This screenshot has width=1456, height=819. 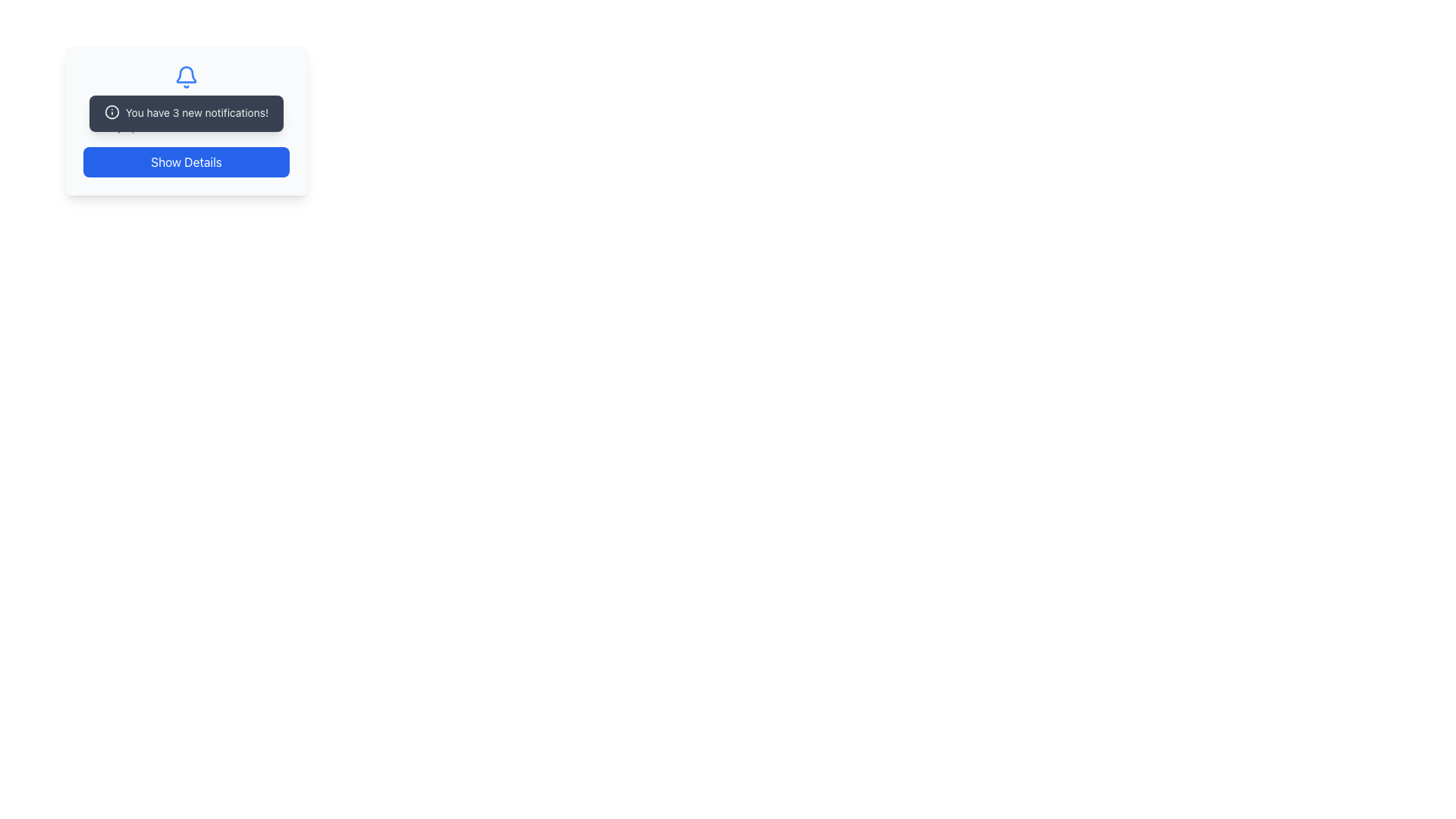 What do you see at coordinates (185, 77) in the screenshot?
I see `the notification icon that serves as a visual indicator for alerts, positioned centrally above the 'Notification Center' and related text labels` at bounding box center [185, 77].